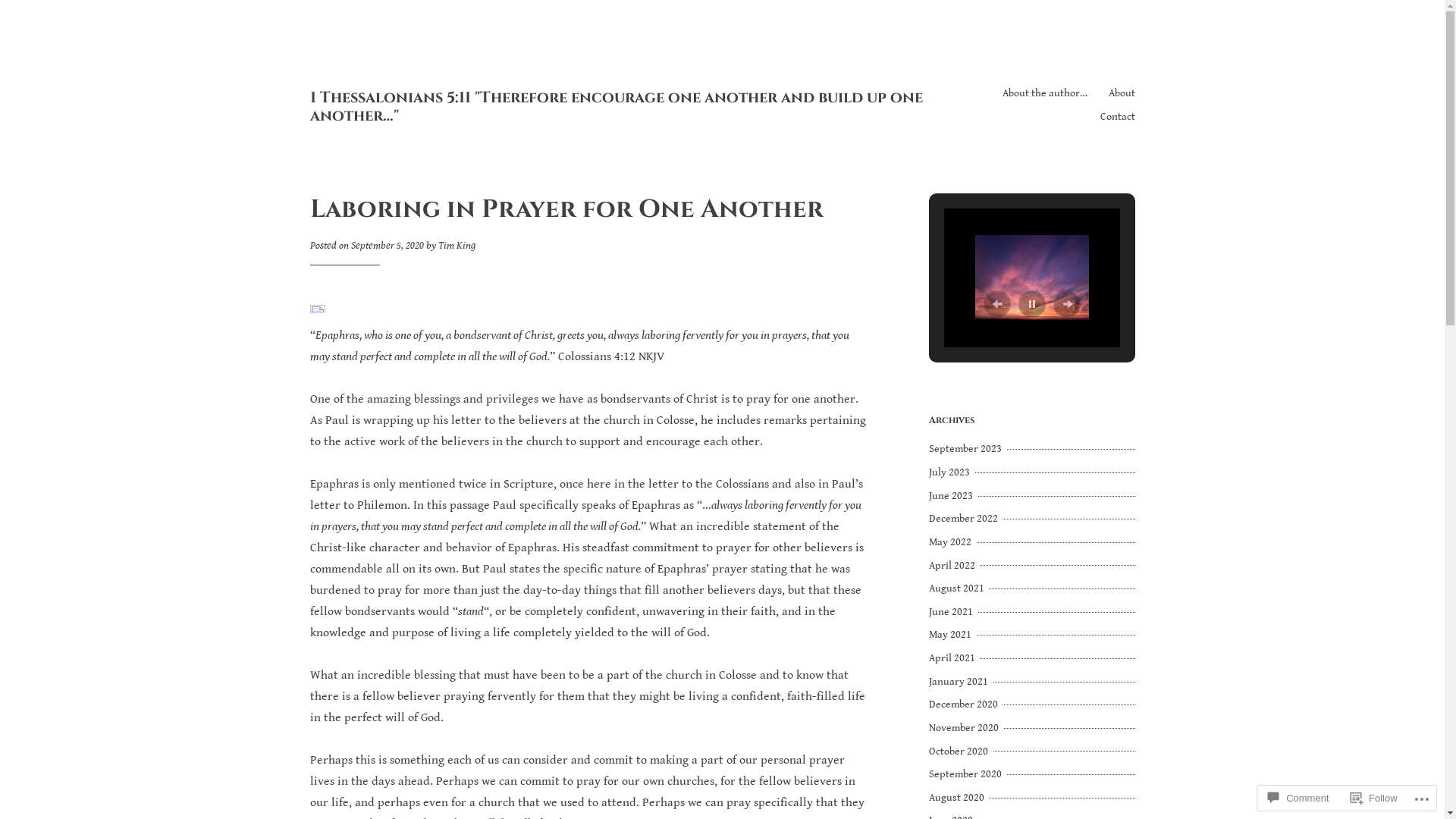 The width and height of the screenshot is (1456, 819). Describe the element at coordinates (1298, 797) in the screenshot. I see `'Comment'` at that location.